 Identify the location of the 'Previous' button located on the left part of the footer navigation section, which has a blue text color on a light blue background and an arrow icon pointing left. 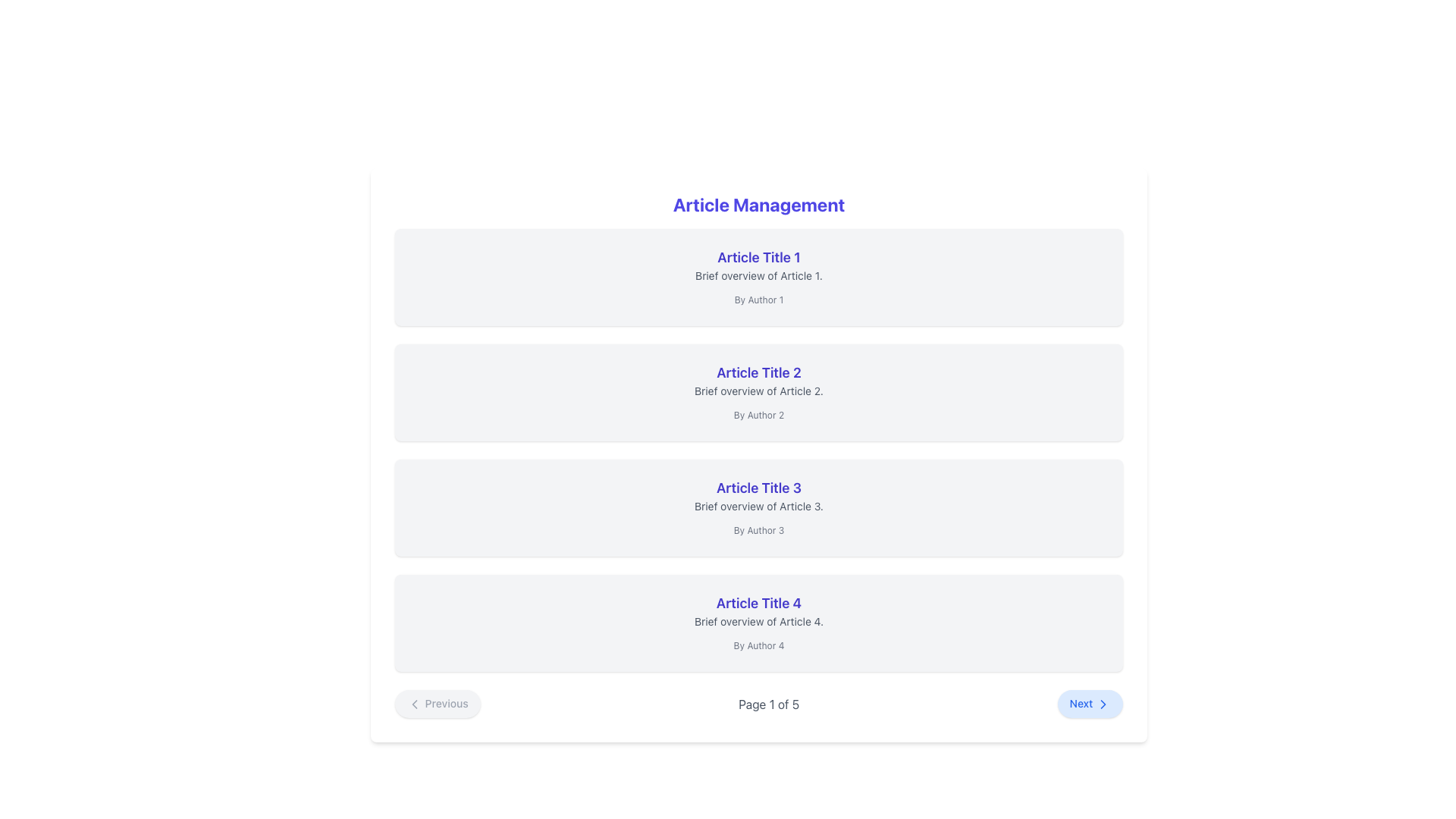
(437, 704).